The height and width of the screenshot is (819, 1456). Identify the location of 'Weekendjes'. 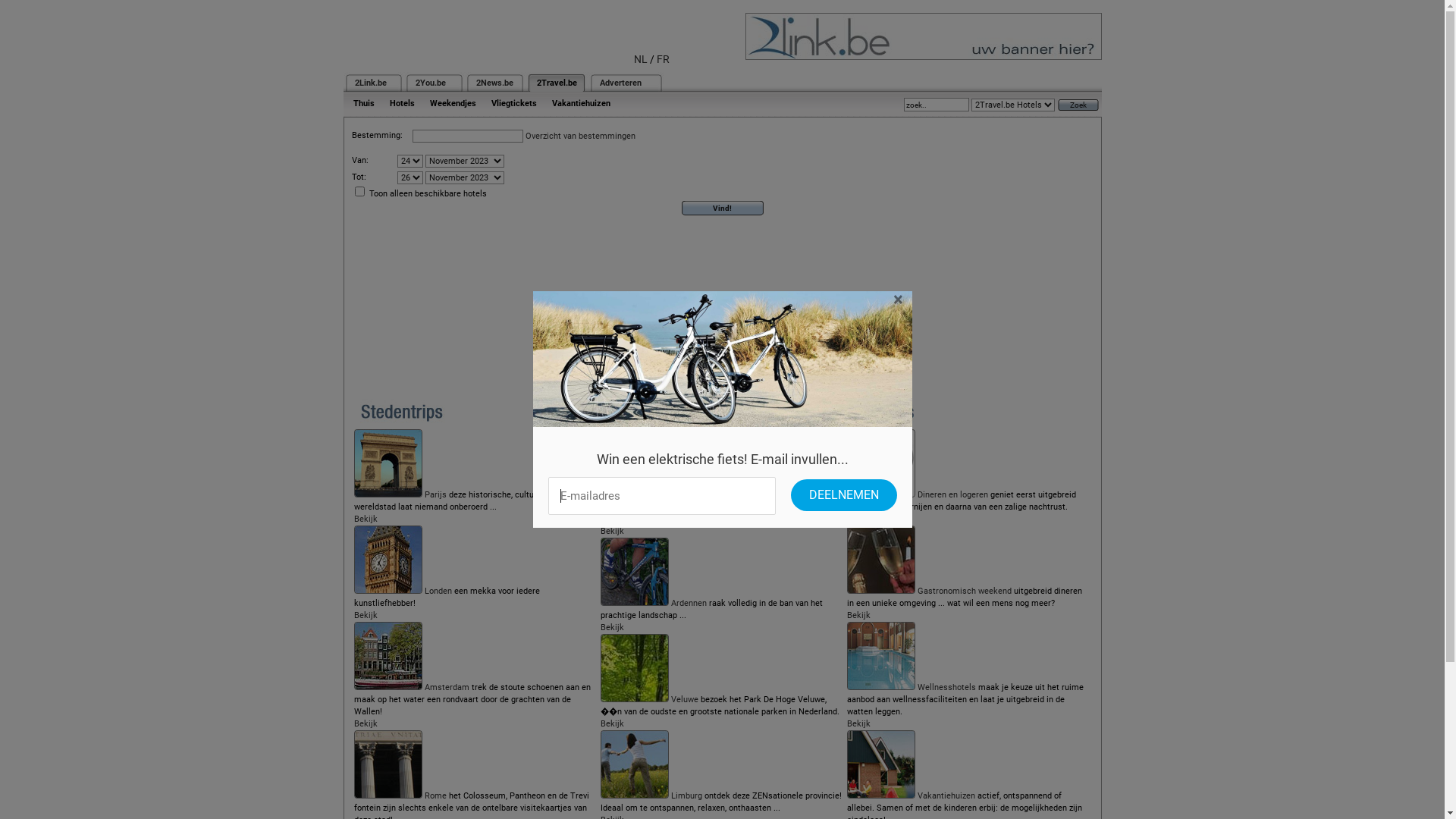
(451, 102).